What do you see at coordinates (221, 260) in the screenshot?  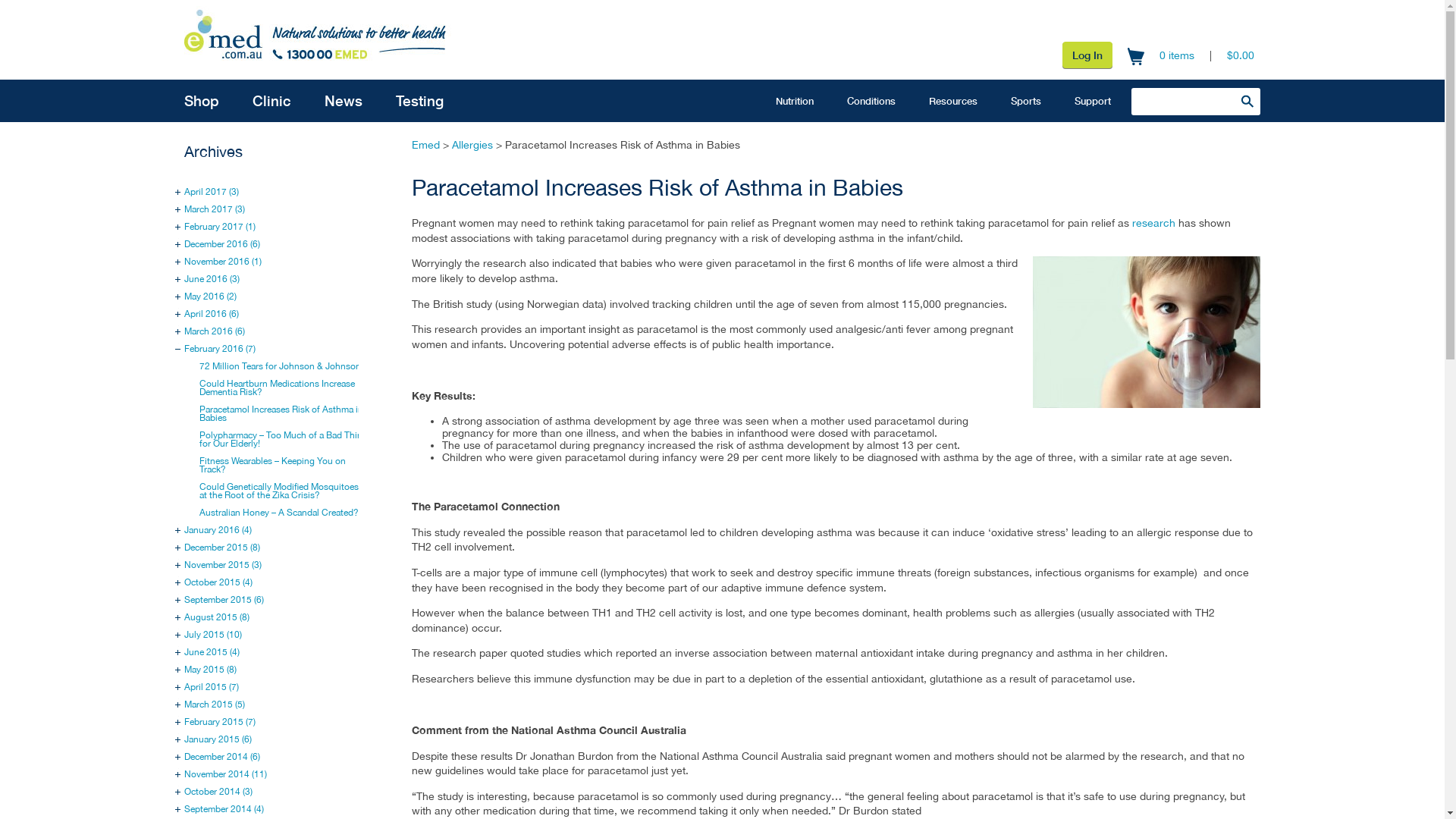 I see `'November 2016 (1)'` at bounding box center [221, 260].